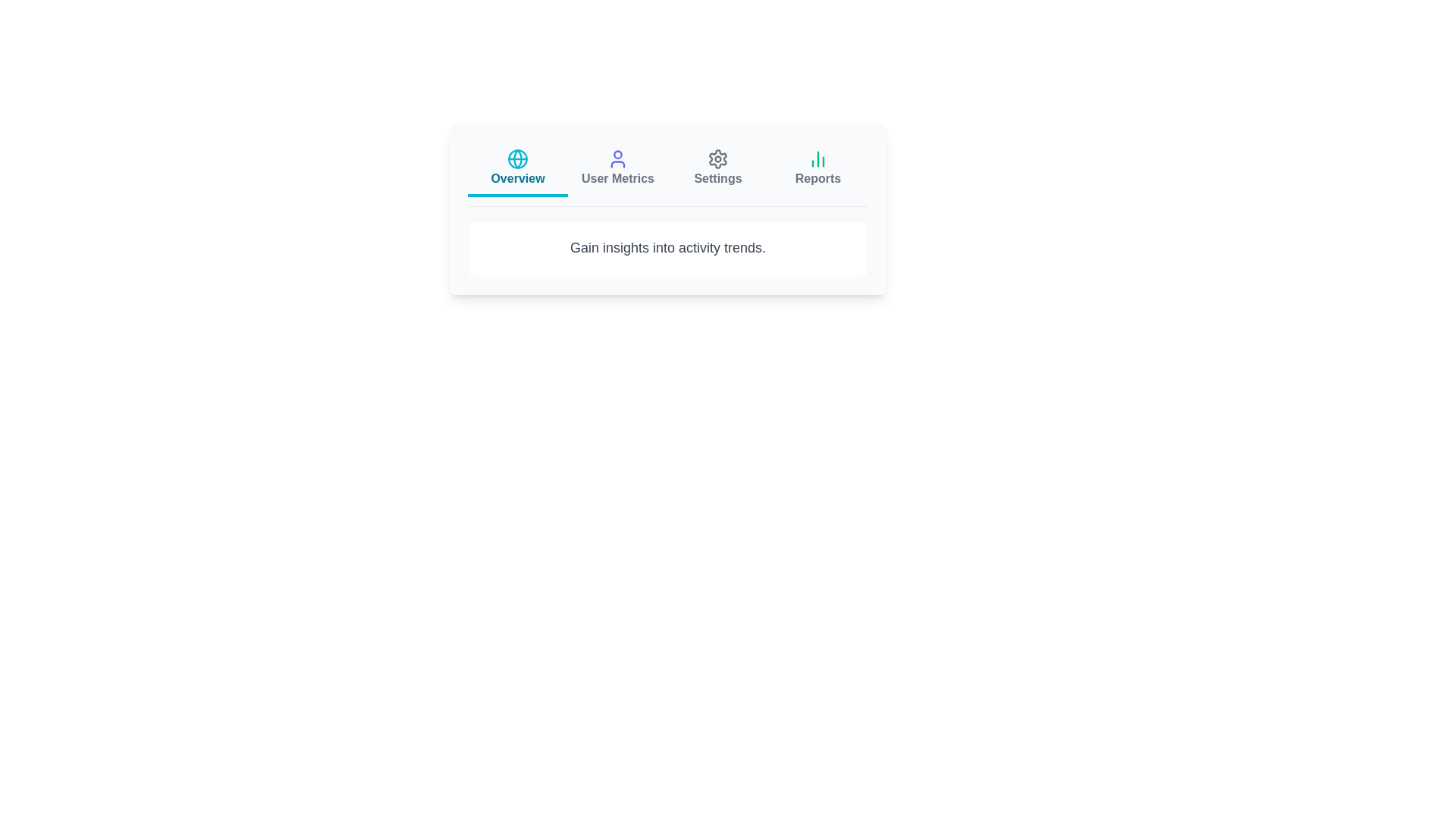 The height and width of the screenshot is (819, 1456). I want to click on the icon of the tab labeled Reports, so click(817, 158).